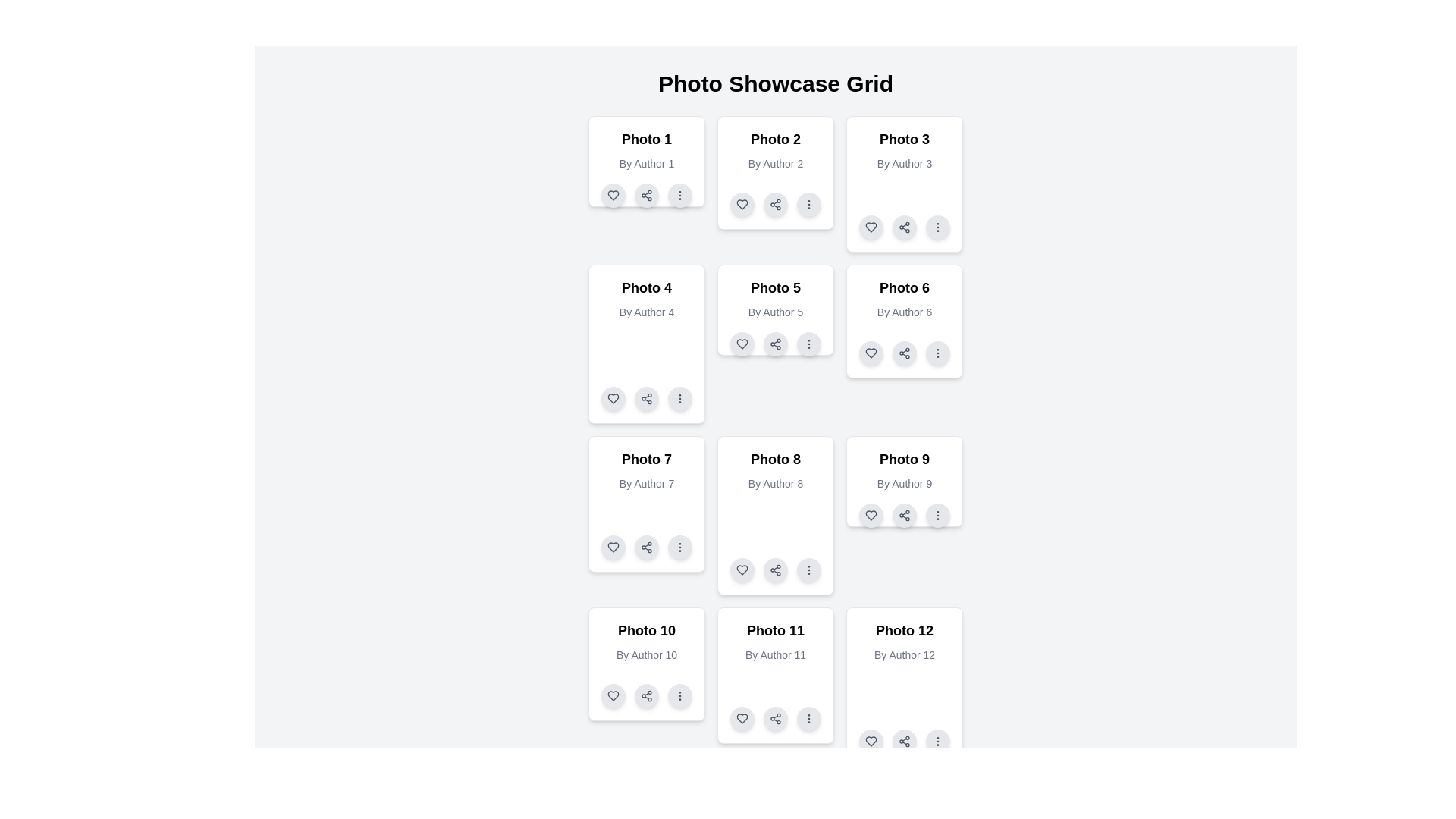 The height and width of the screenshot is (819, 1456). I want to click on on the title text at the top of the card layout, so click(647, 140).